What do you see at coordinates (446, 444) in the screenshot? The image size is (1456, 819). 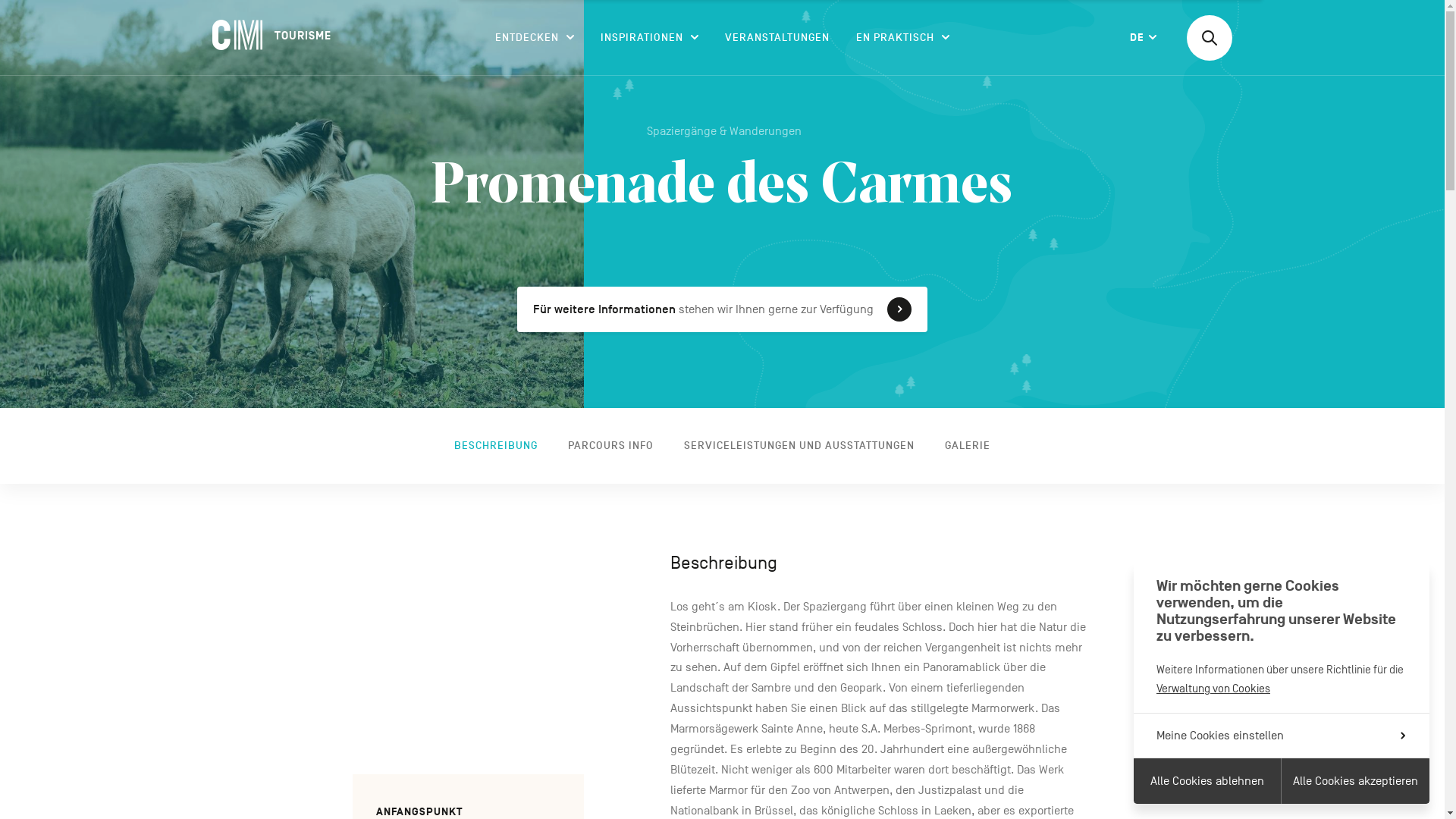 I see `'BESCHREIBUNG'` at bounding box center [446, 444].